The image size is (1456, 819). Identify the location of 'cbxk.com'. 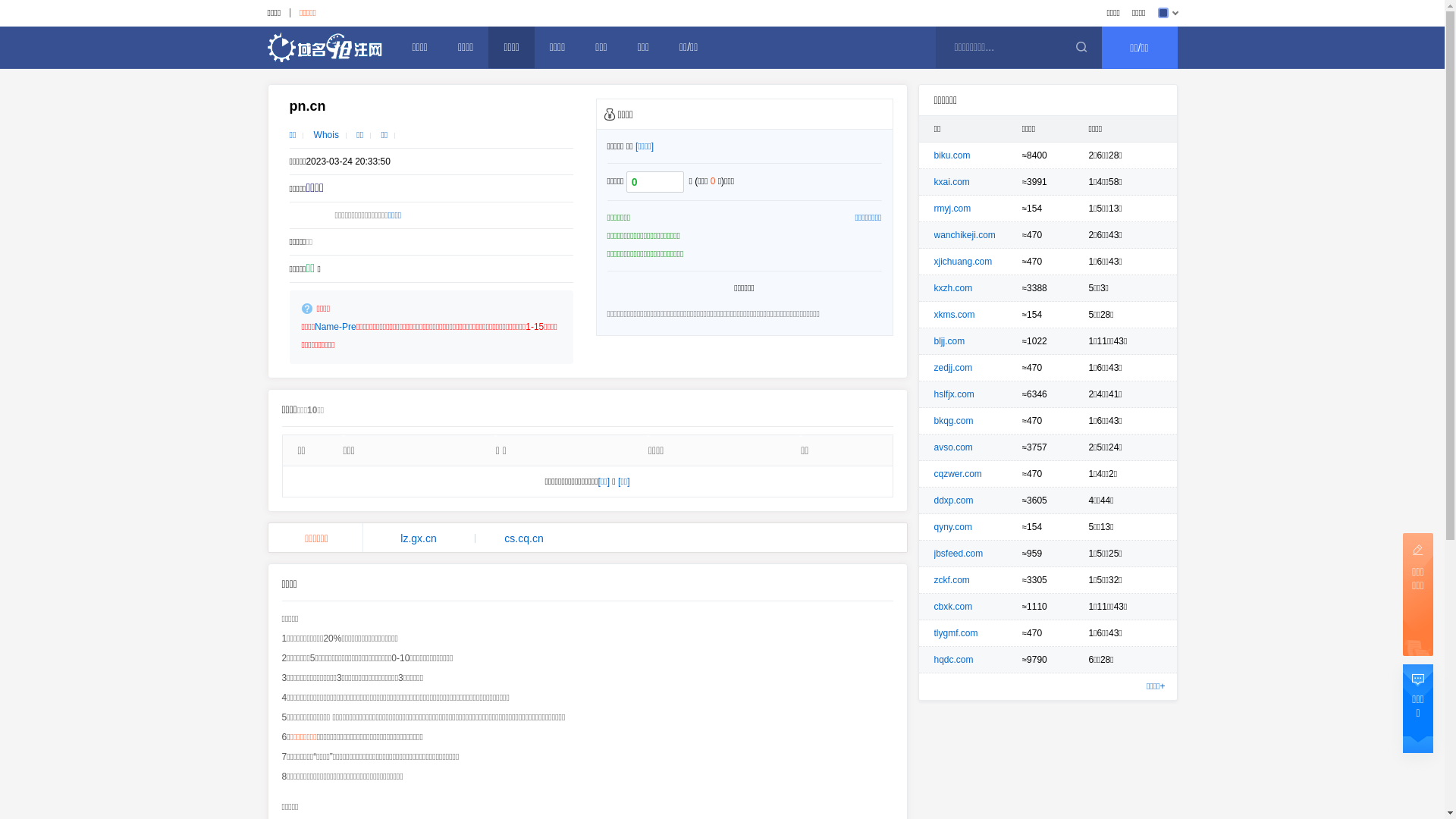
(952, 605).